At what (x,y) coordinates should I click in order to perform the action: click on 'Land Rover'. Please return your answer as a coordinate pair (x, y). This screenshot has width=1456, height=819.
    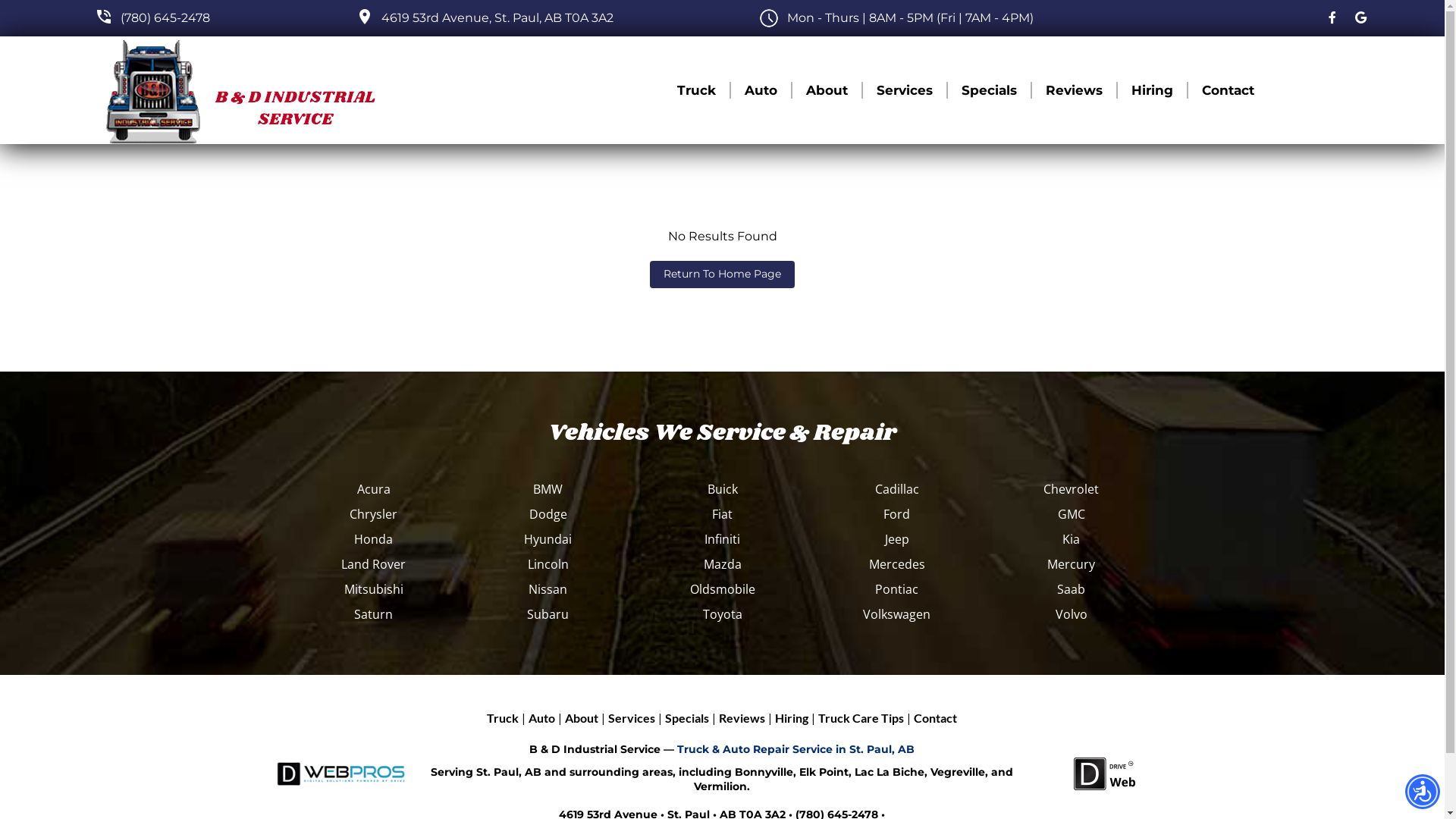
    Looking at the image, I should click on (374, 564).